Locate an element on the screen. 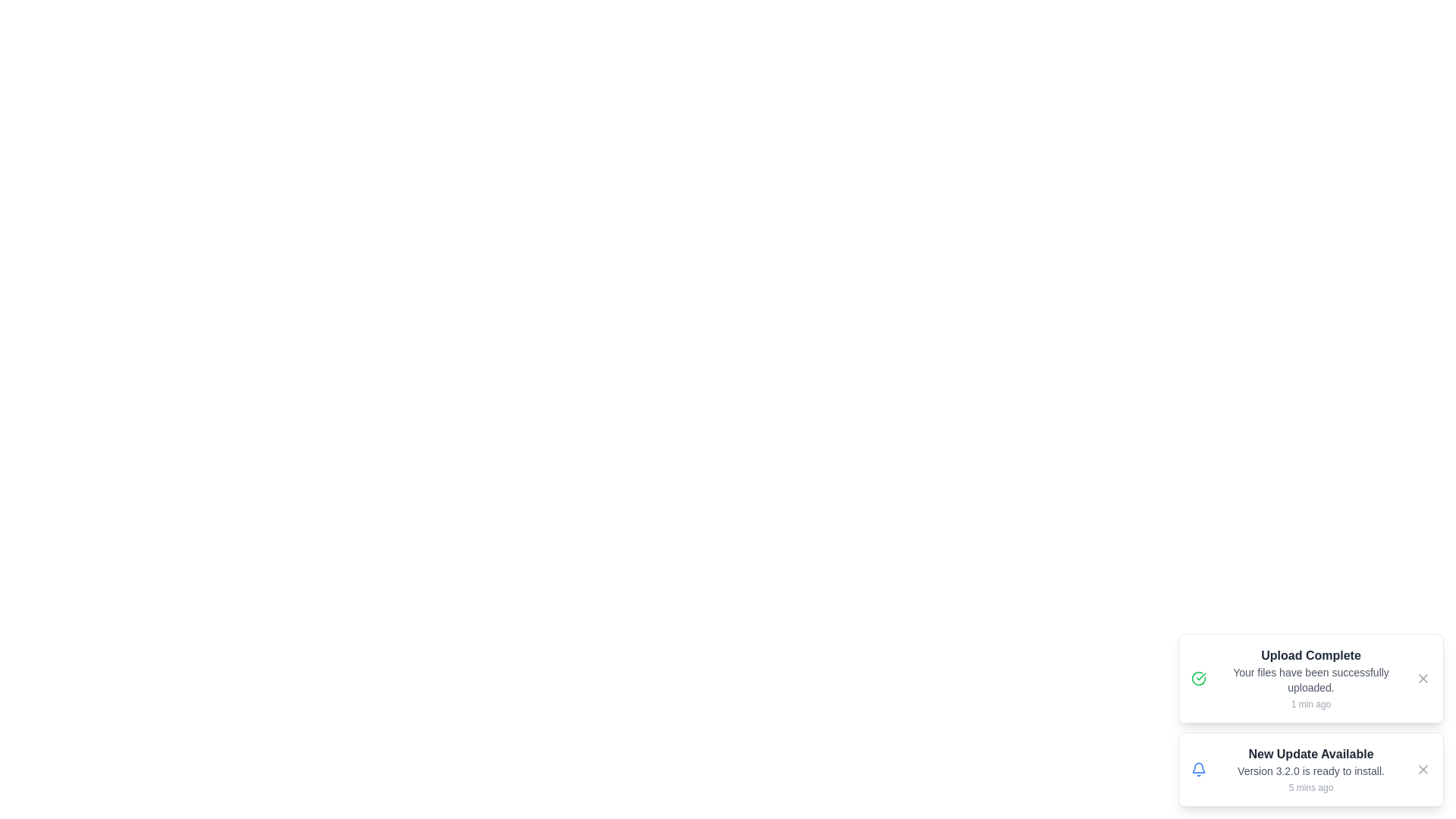  bold text label notifying about the new update availability, located at the top of the bottom notification card on the right side of the interface is located at coordinates (1310, 755).